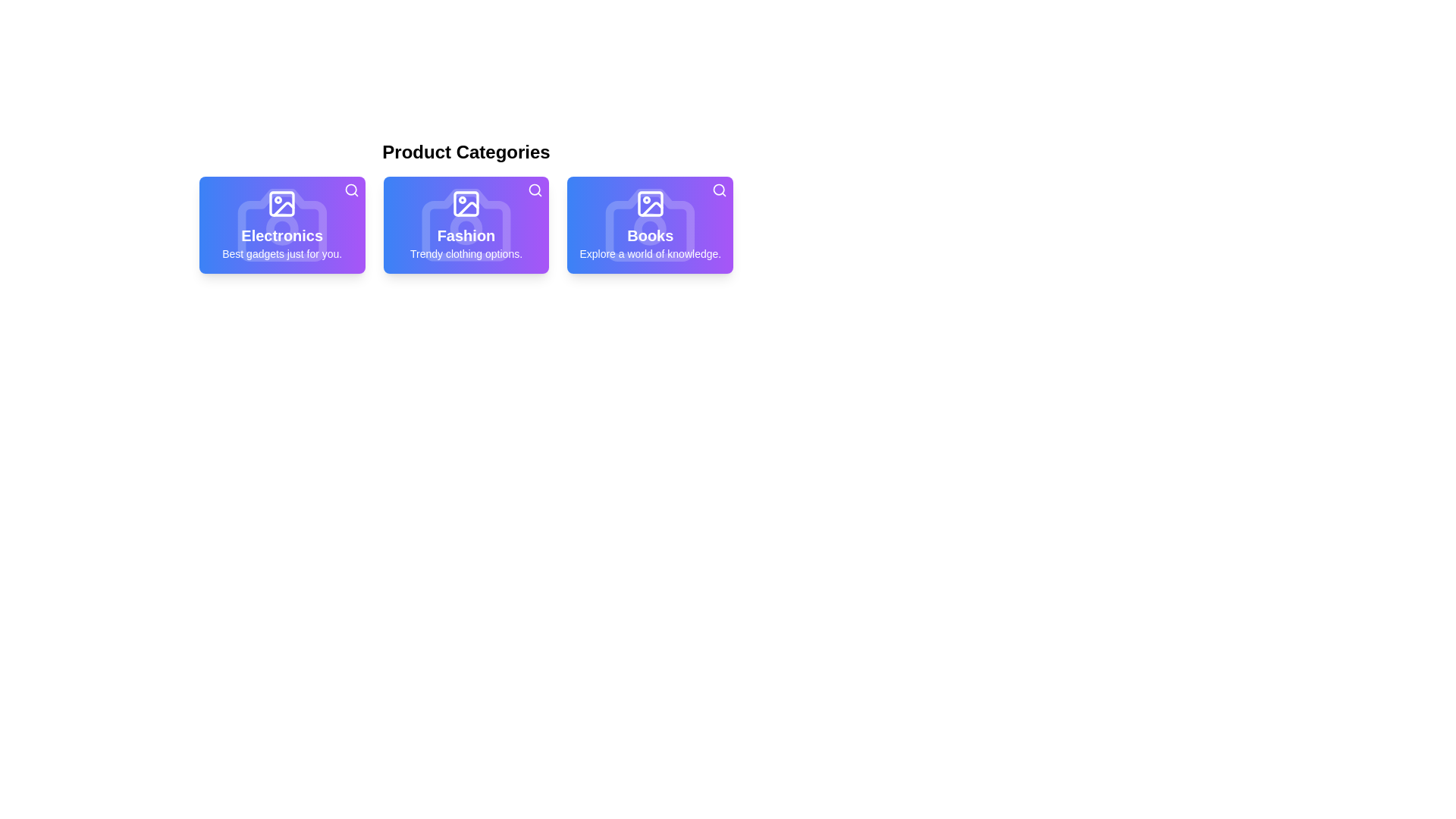  I want to click on the image-related content icon located centrally within the blue-purple rectangular tile labeled 'Electronics', positioned above the text 'Electronics' and 'Best gadgets just for you.', so click(282, 203).